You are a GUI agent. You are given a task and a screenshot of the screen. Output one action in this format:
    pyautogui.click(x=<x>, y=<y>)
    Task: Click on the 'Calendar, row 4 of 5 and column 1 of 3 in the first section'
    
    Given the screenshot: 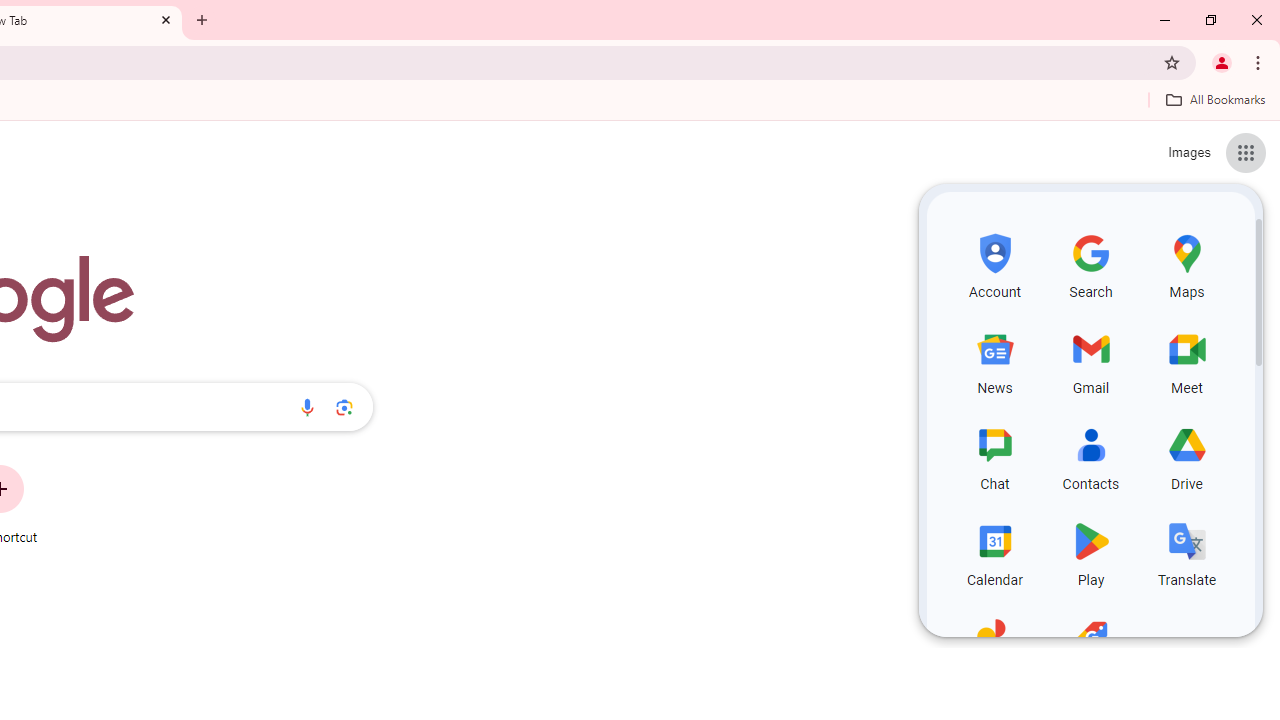 What is the action you would take?
    pyautogui.click(x=995, y=551)
    